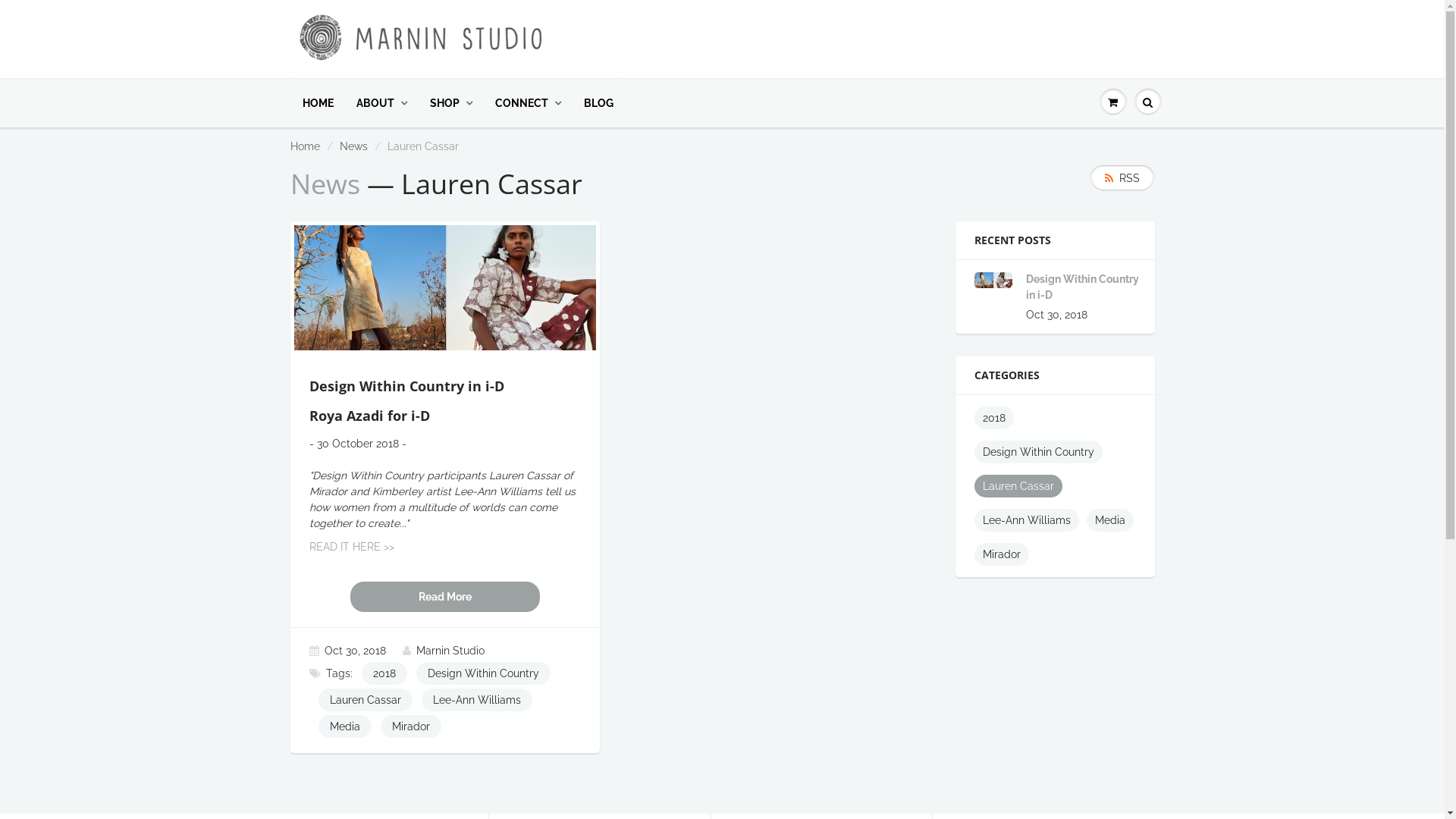 The image size is (1456, 819). Describe the element at coordinates (1110, 519) in the screenshot. I see `'Media'` at that location.